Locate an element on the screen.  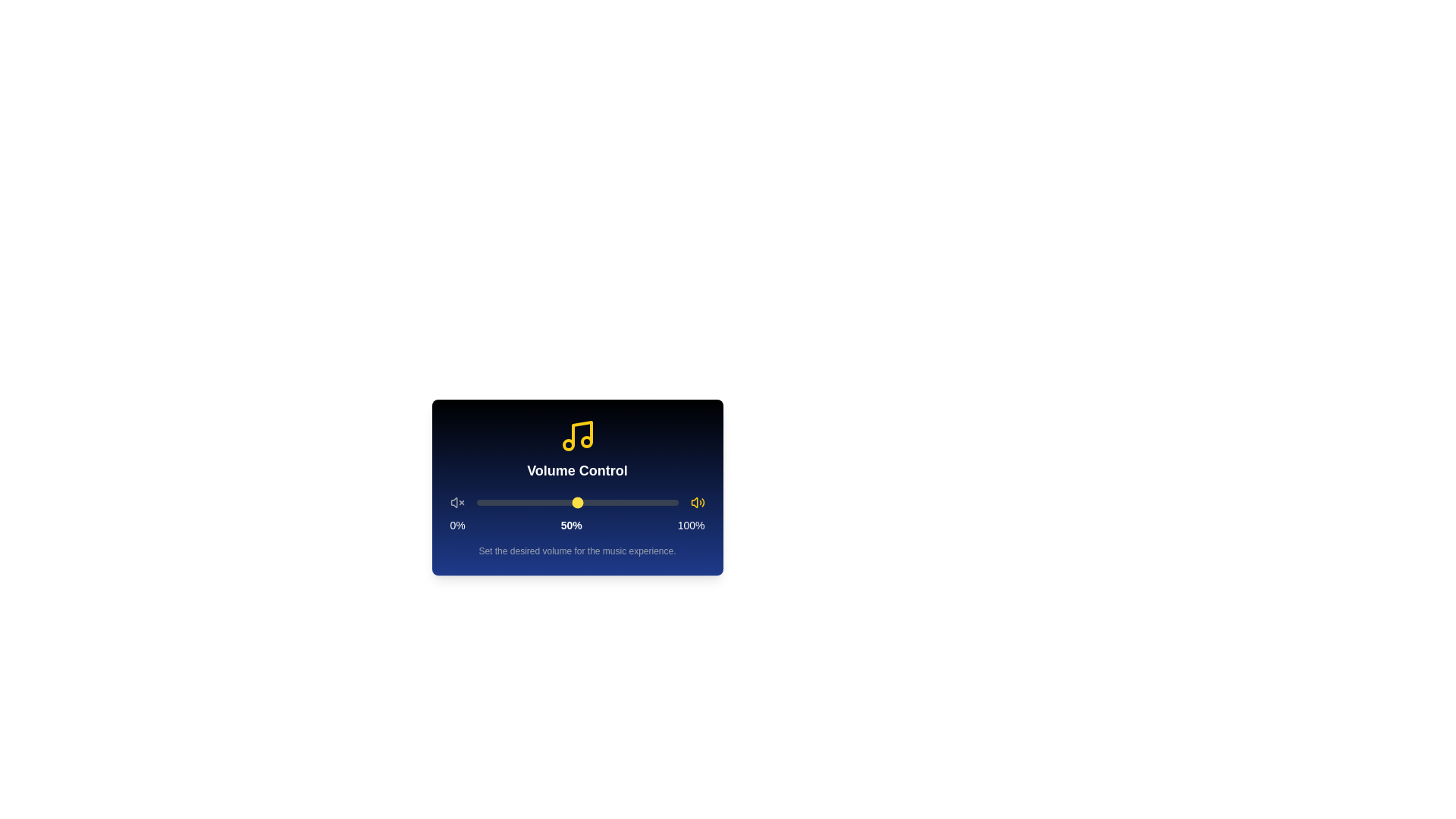
the low volume icon in the volume control component is located at coordinates (457, 503).